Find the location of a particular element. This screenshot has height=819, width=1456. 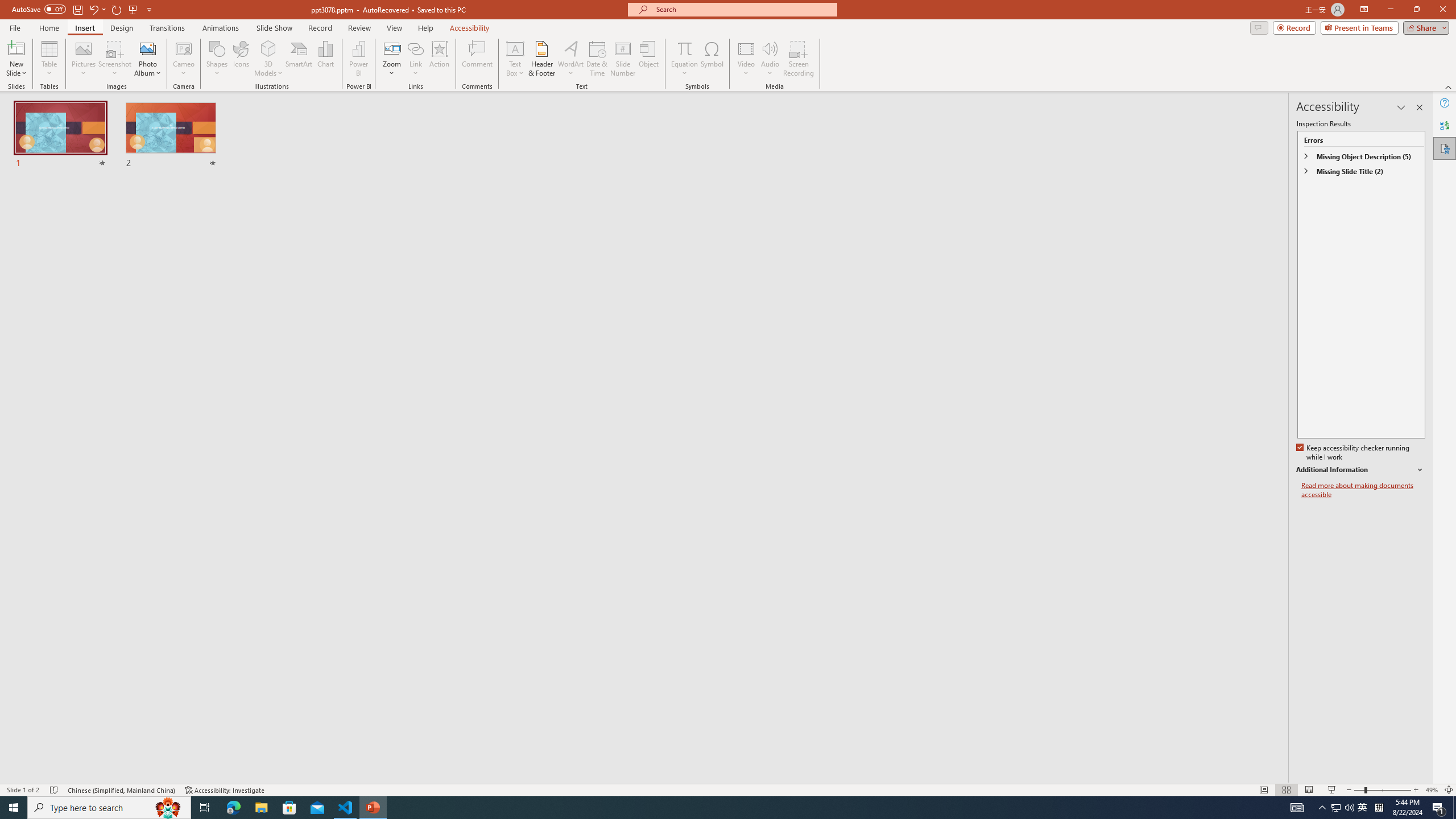

'Power BI' is located at coordinates (359, 59).